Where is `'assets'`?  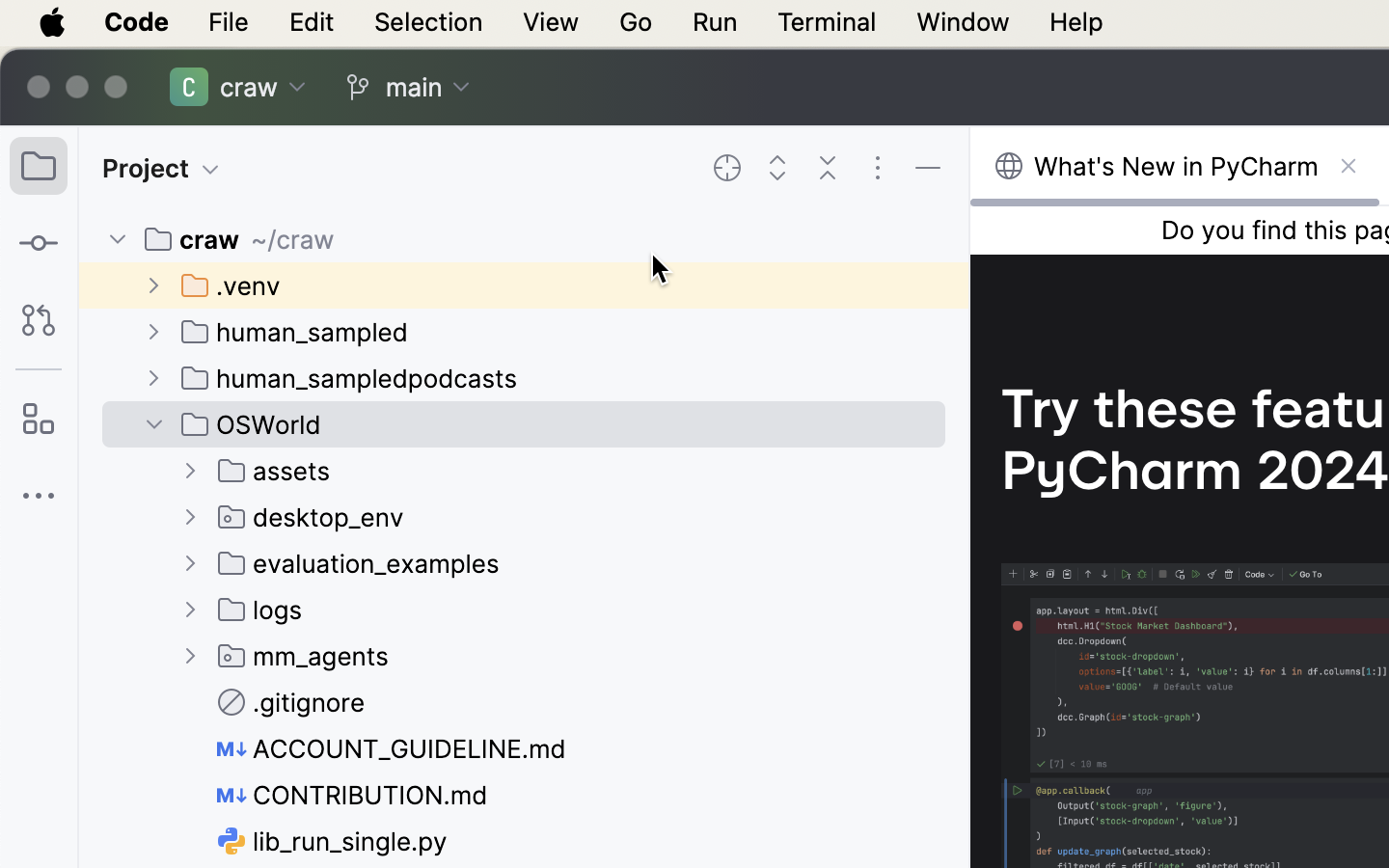
'assets' is located at coordinates (273, 469).